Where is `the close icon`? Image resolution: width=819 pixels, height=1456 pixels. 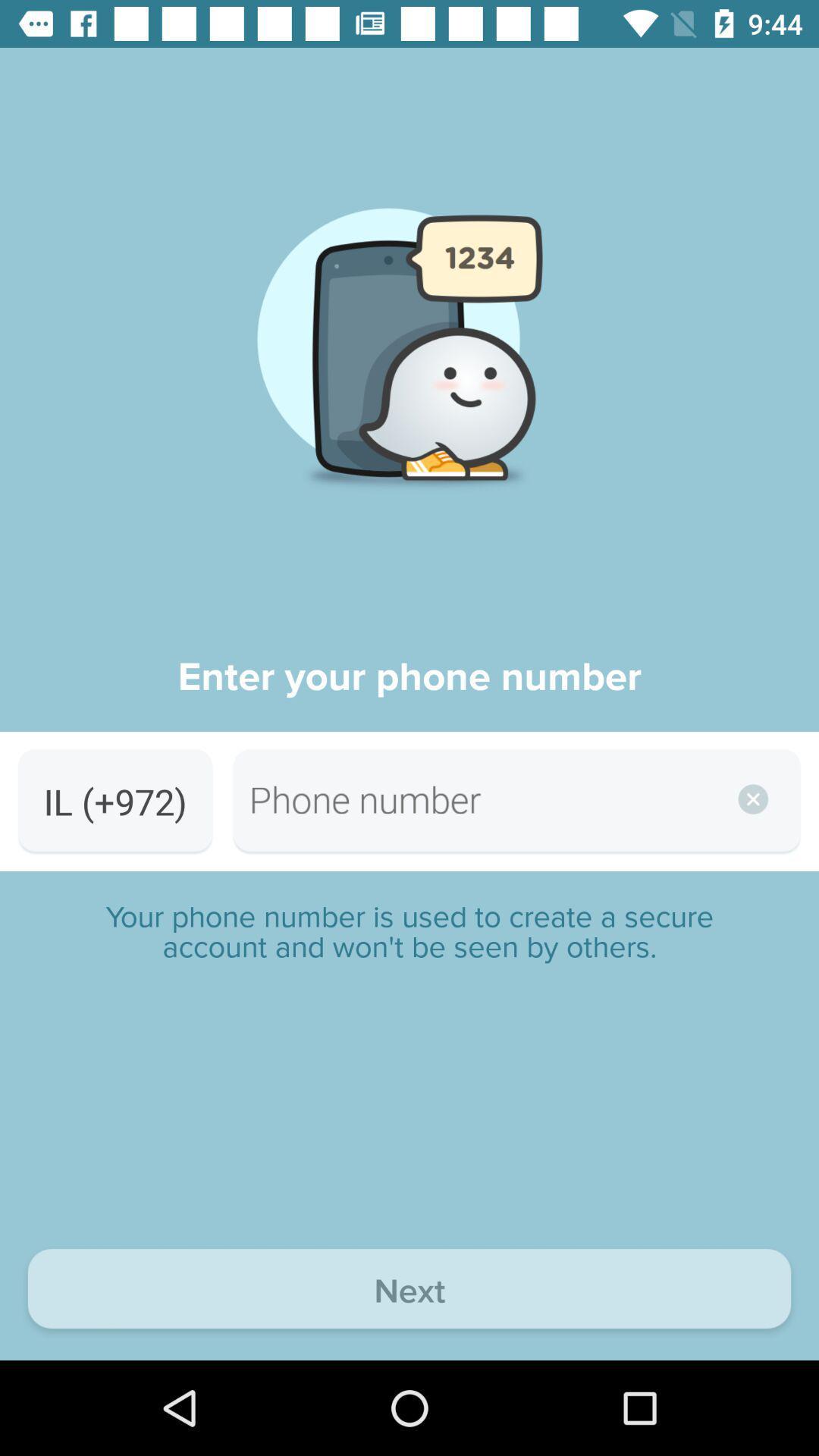
the close icon is located at coordinates (748, 799).